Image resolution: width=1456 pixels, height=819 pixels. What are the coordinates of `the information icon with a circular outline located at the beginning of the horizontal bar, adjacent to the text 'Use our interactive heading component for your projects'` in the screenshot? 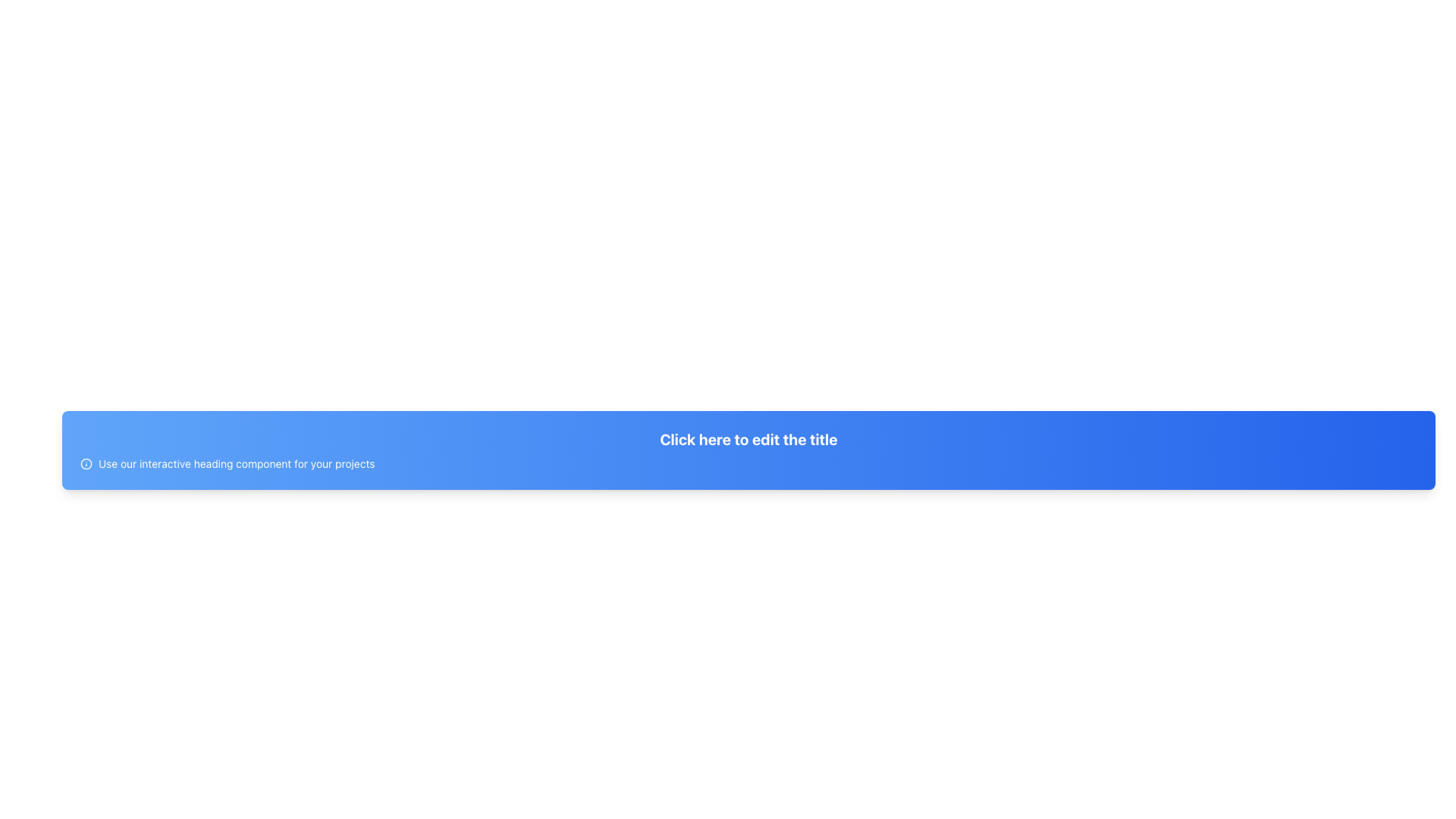 It's located at (86, 463).